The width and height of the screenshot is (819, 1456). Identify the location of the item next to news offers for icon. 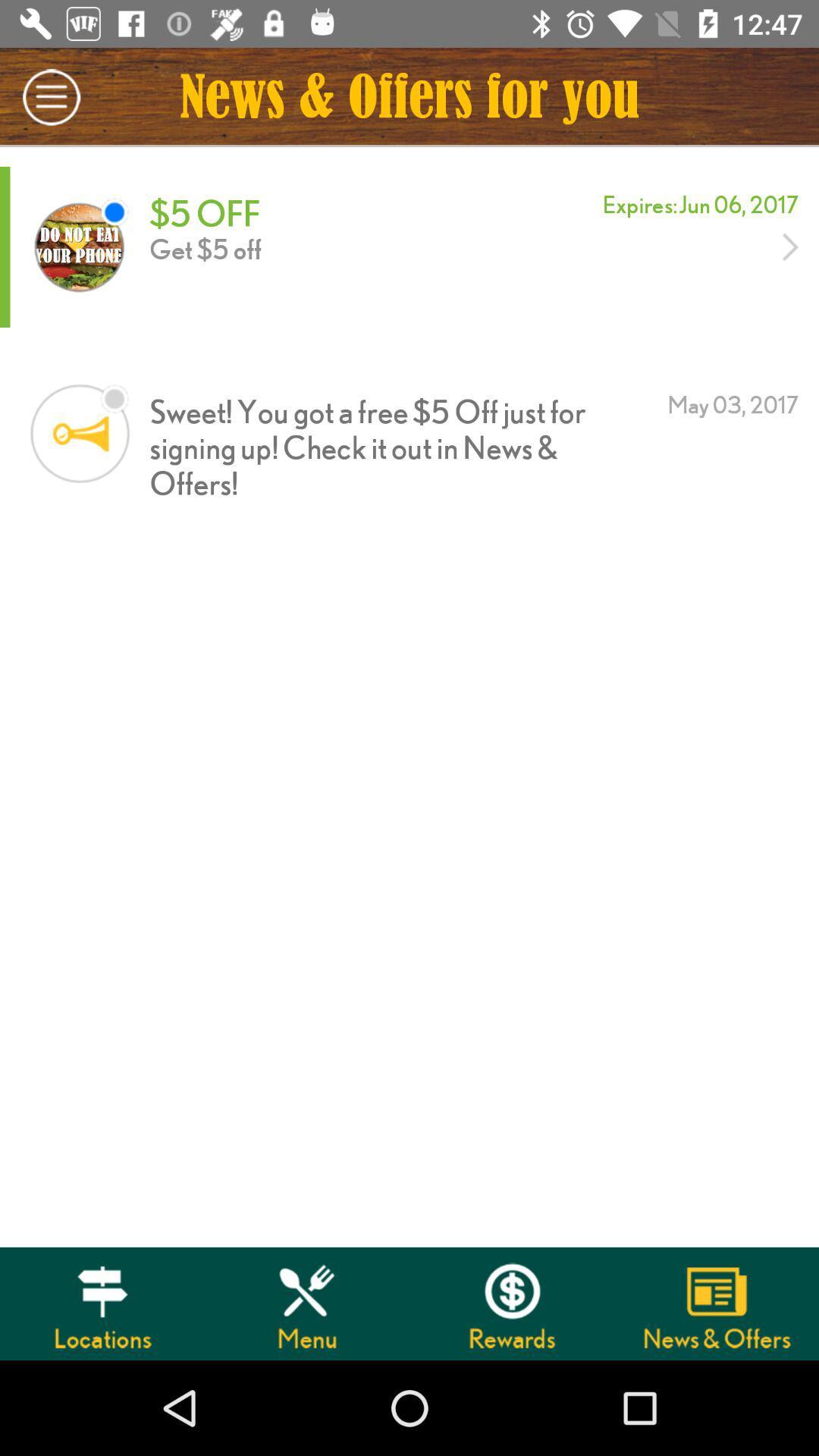
(50, 96).